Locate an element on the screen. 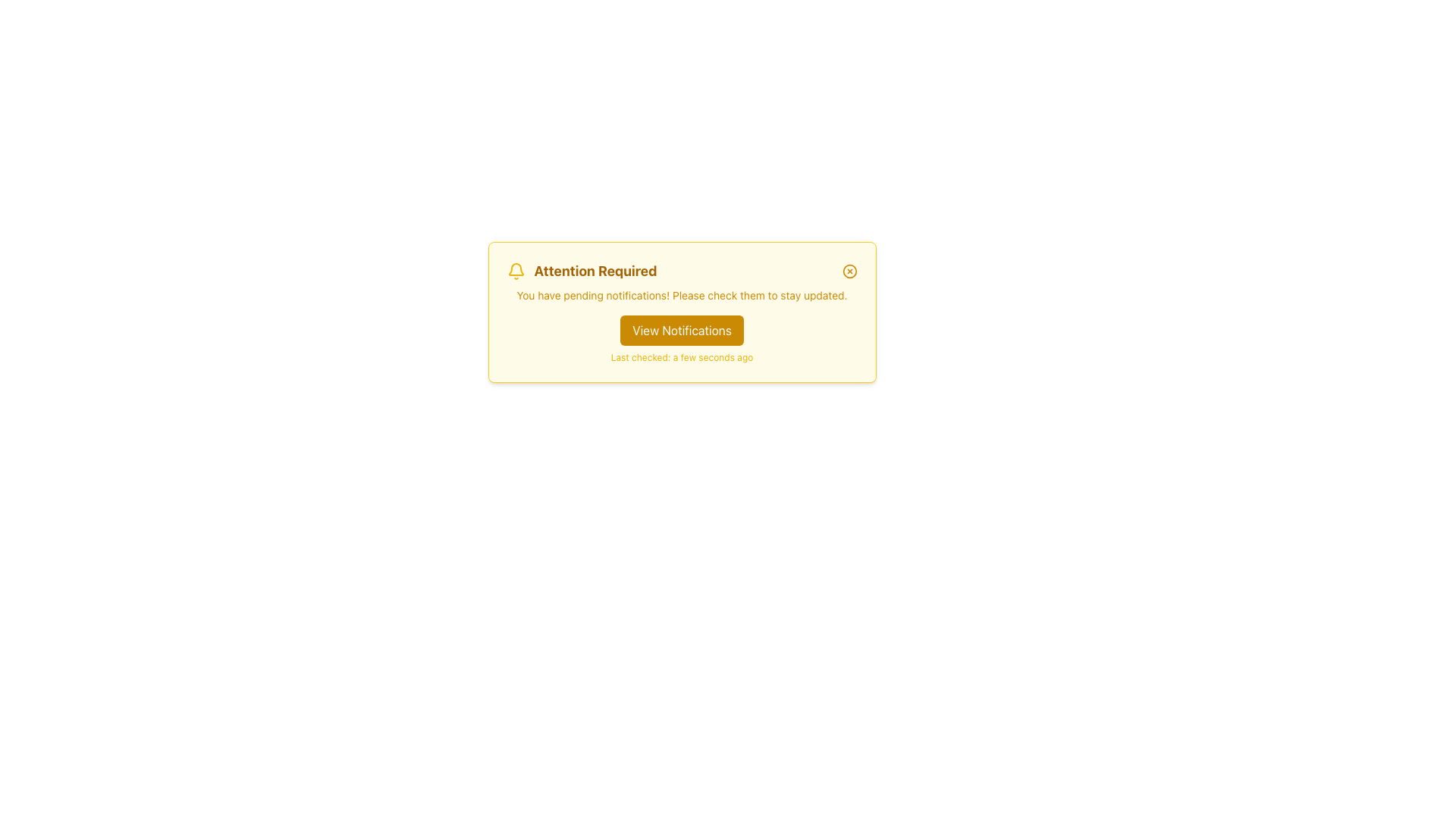  the circular close button with a yellow outline and 'X' shape at the center is located at coordinates (849, 271).